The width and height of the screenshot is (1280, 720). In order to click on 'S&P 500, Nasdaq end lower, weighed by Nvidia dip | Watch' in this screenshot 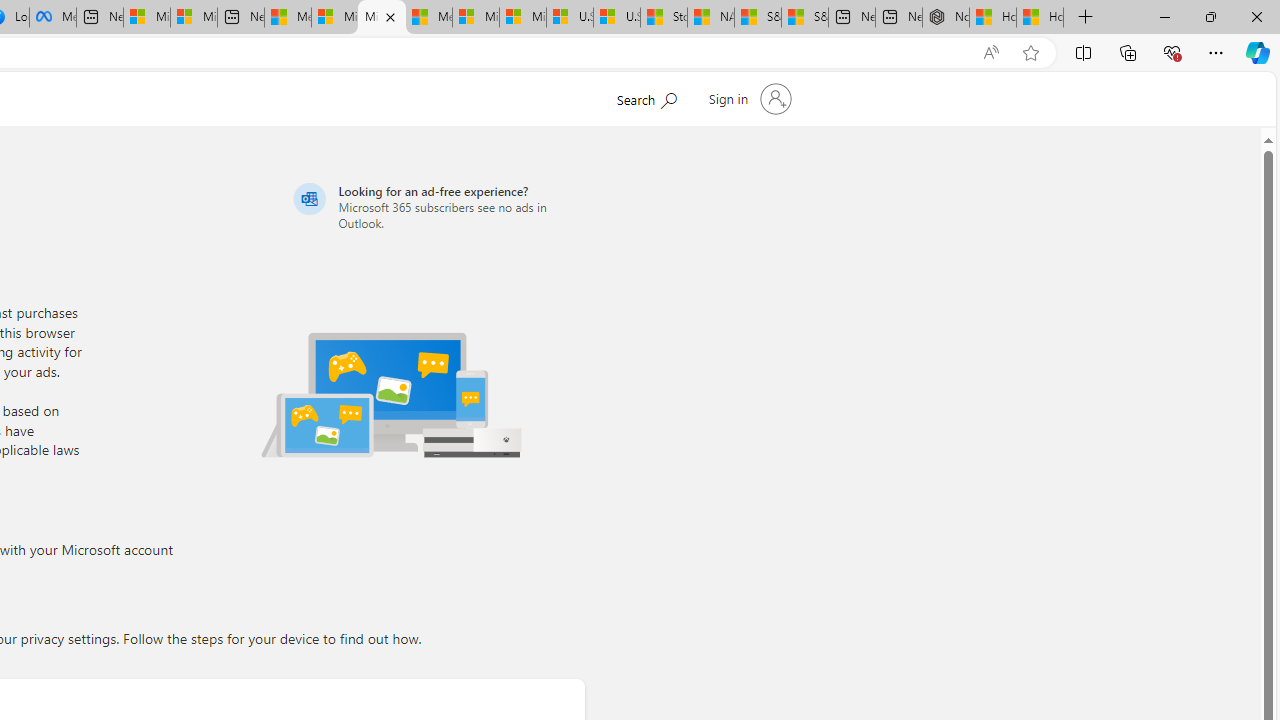, I will do `click(805, 17)`.